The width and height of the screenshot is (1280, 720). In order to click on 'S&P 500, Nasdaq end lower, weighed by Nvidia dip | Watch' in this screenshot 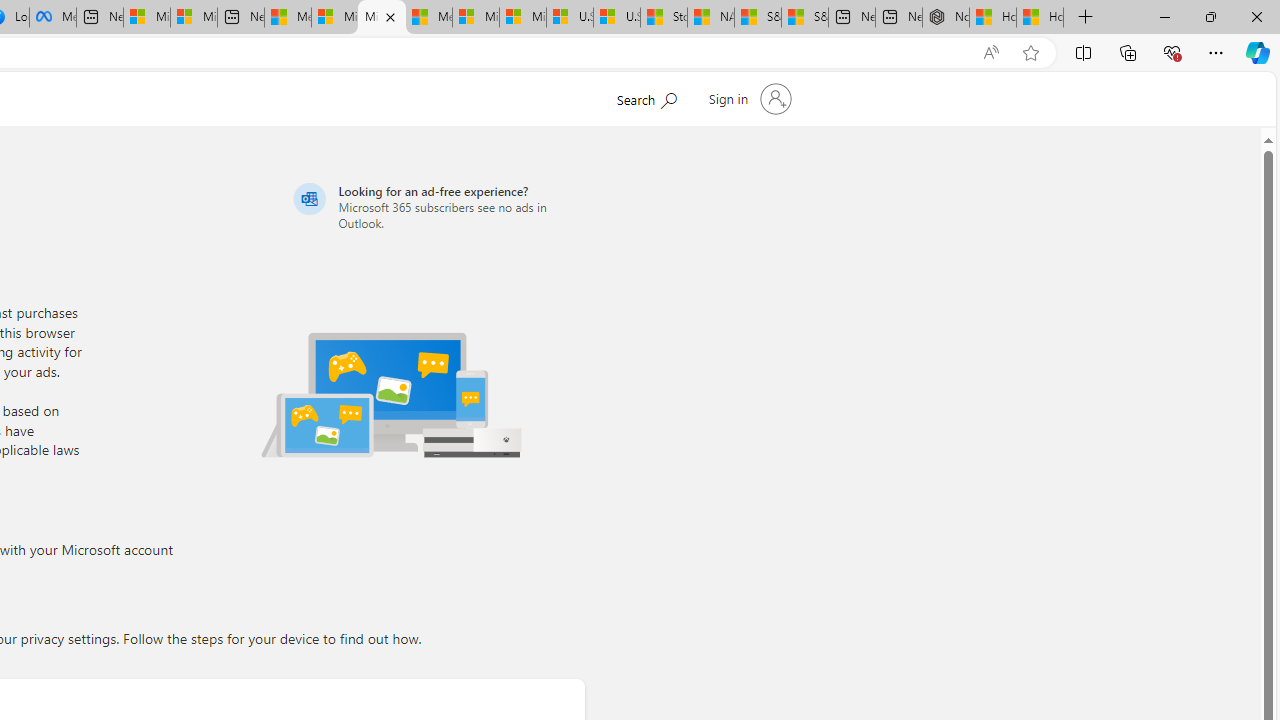, I will do `click(805, 17)`.